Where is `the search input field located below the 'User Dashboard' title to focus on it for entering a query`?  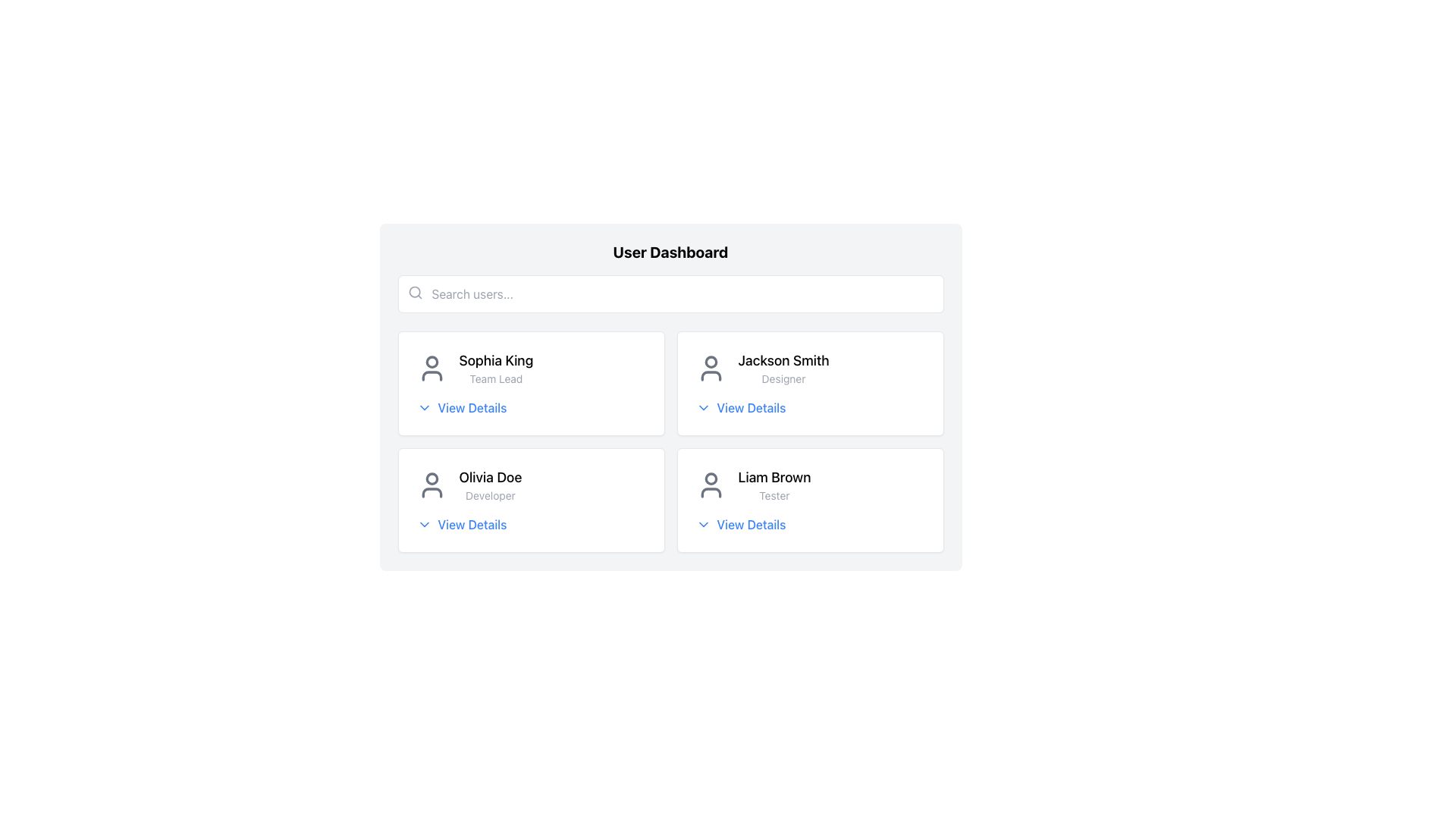 the search input field located below the 'User Dashboard' title to focus on it for entering a query is located at coordinates (670, 294).